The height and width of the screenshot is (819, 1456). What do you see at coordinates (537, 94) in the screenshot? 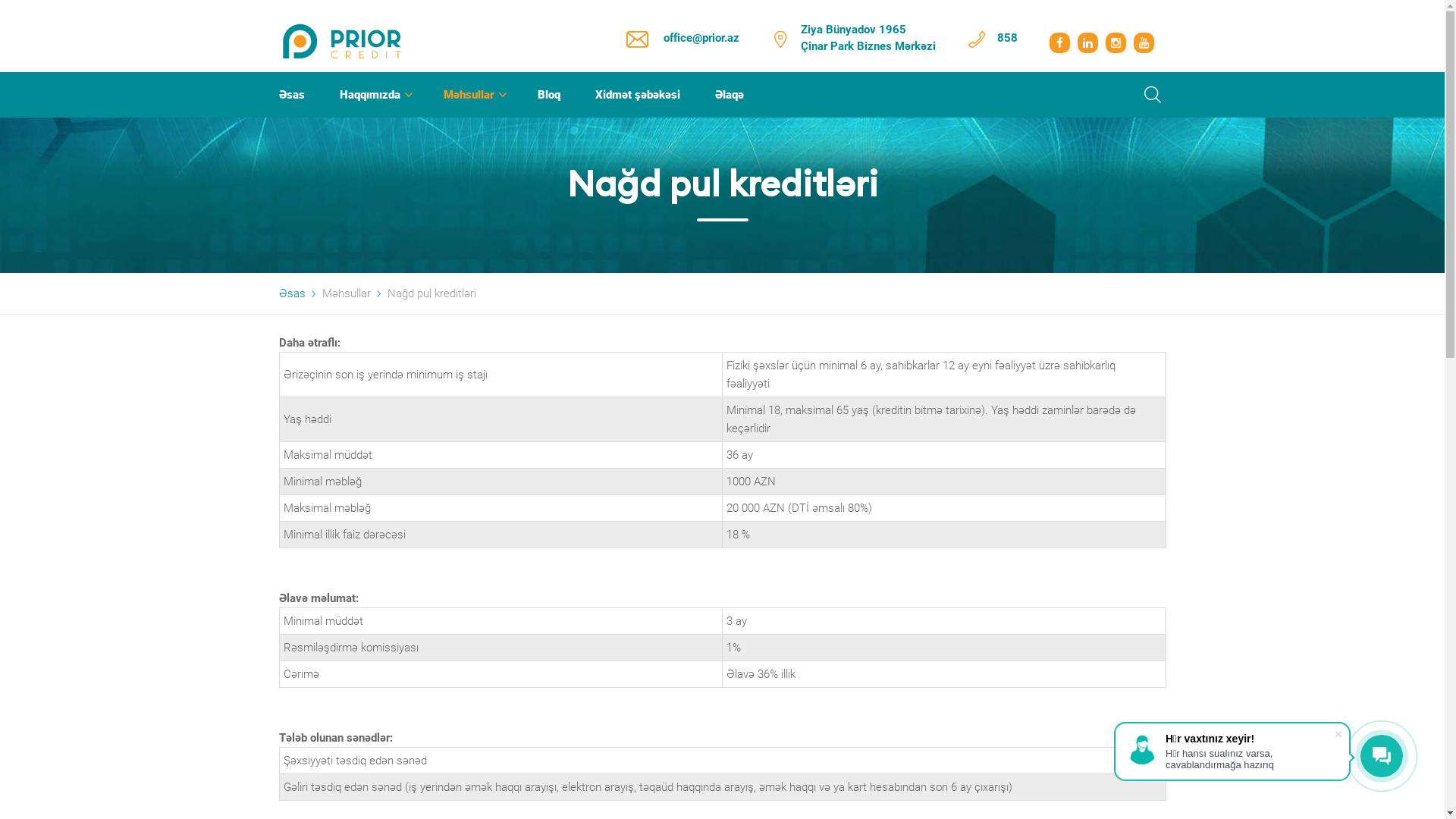
I see `'Bloq'` at bounding box center [537, 94].